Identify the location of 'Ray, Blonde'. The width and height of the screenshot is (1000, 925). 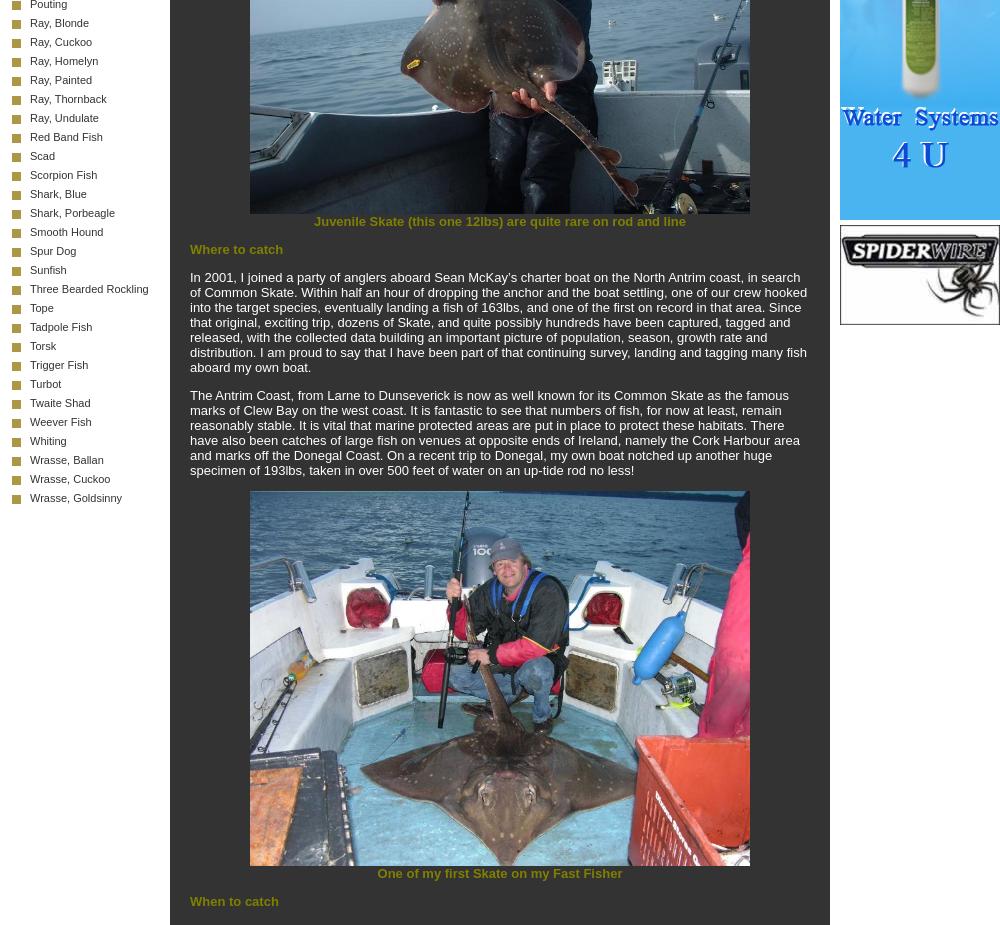
(30, 22).